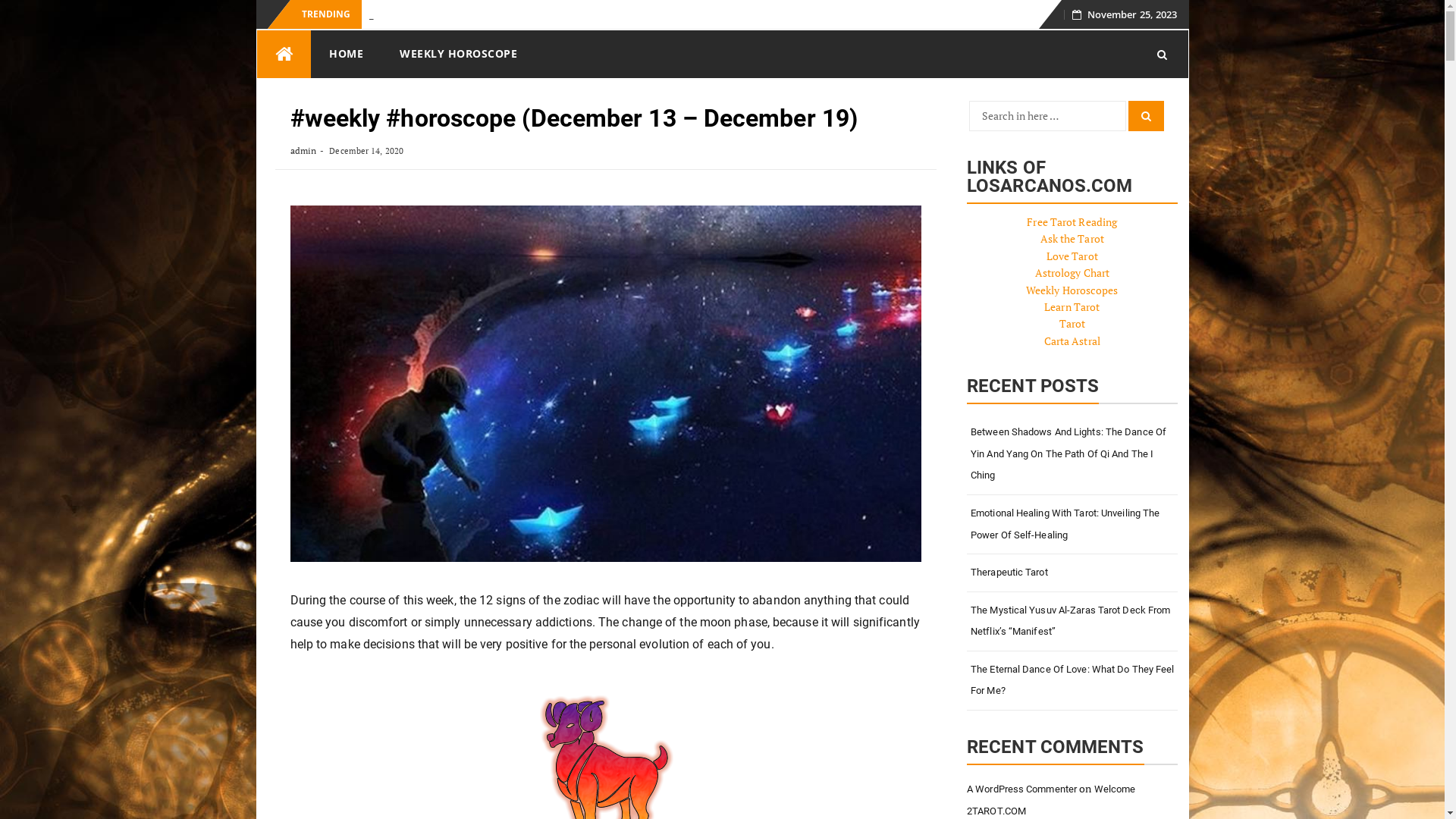 This screenshot has width=1456, height=819. I want to click on 'Free Tarot Reading', so click(1071, 221).